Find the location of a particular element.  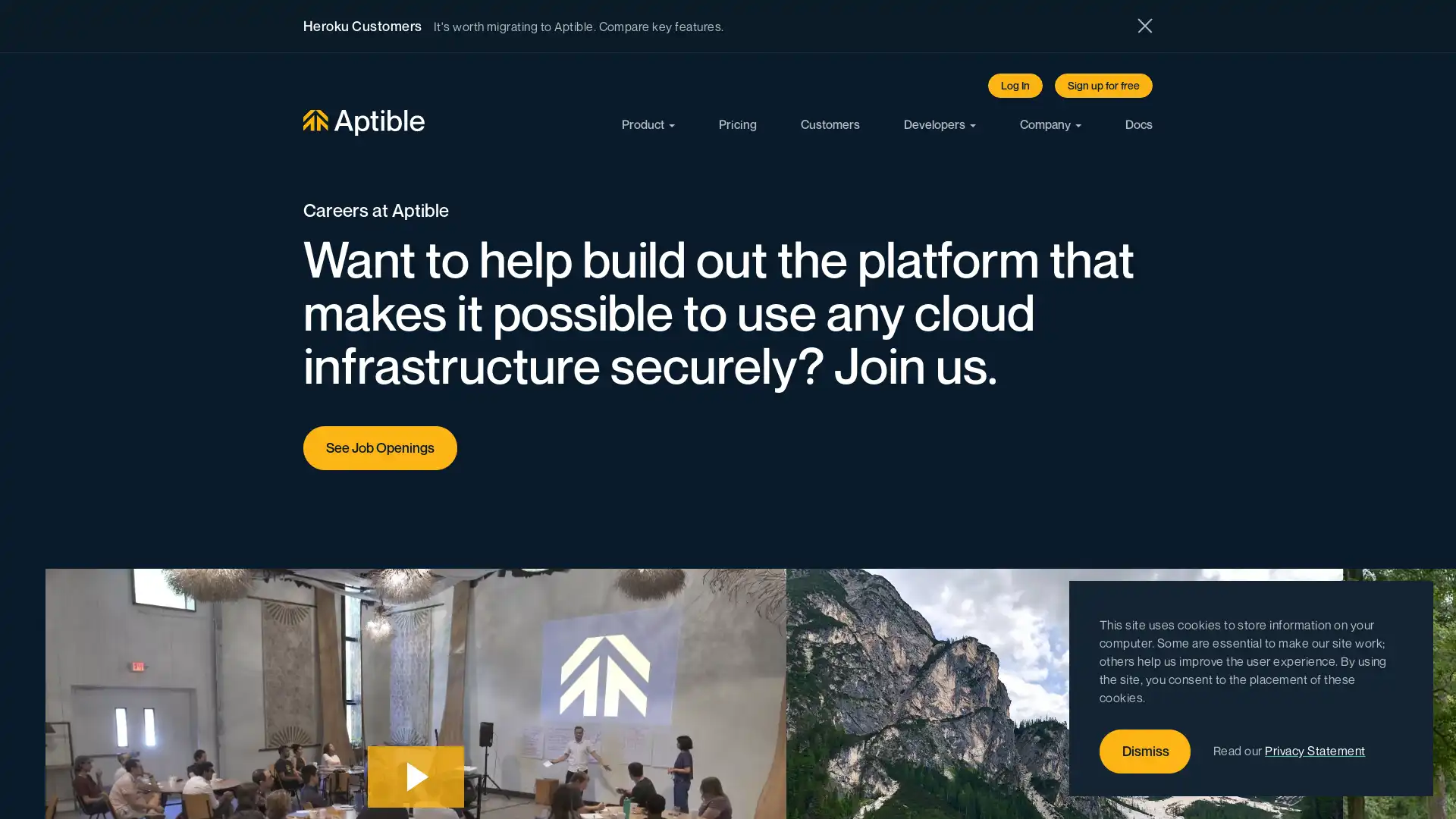

Sign up for free is located at coordinates (1103, 85).